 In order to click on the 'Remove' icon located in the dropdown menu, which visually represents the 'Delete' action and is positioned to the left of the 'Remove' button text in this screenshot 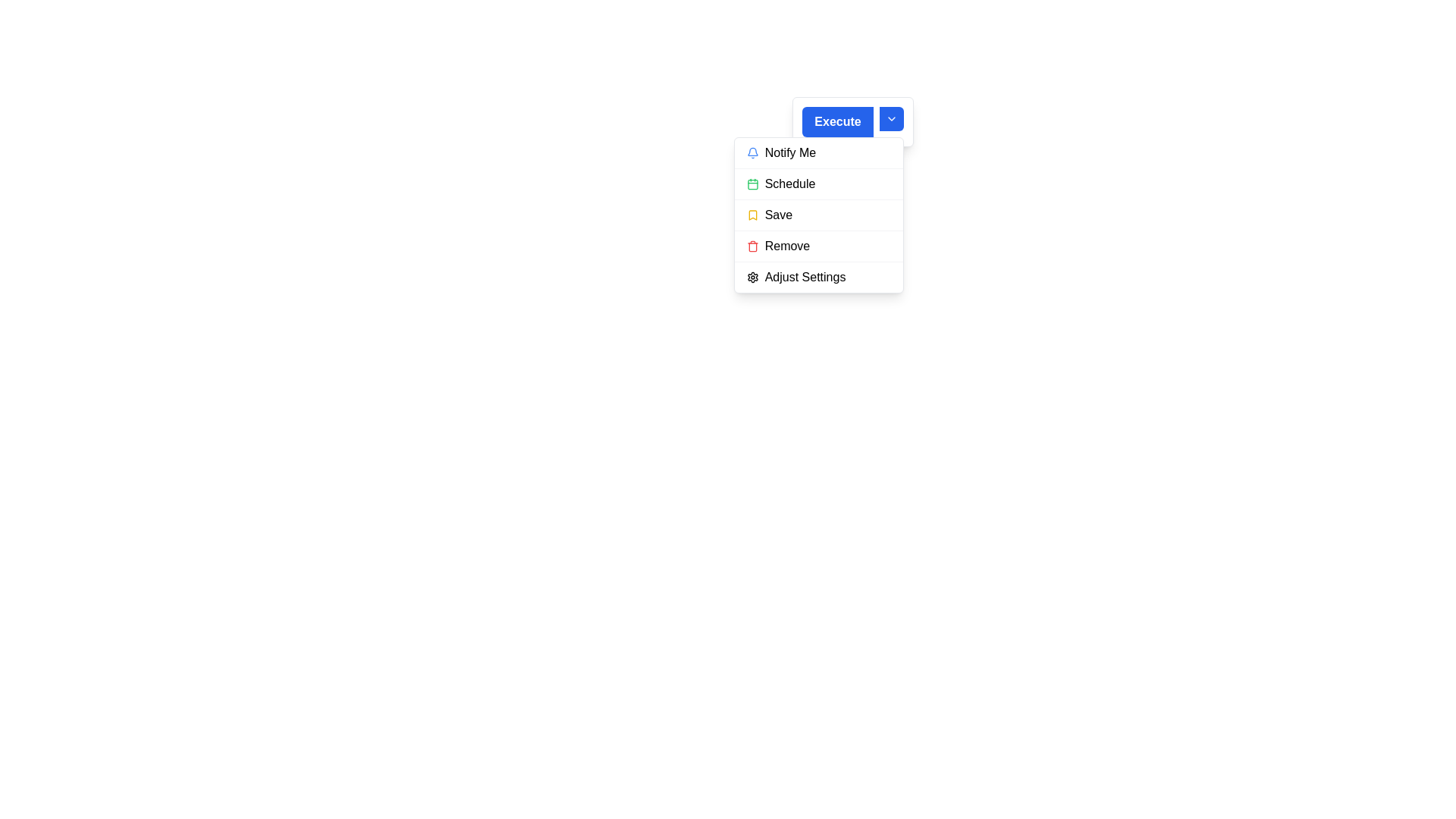, I will do `click(752, 245)`.